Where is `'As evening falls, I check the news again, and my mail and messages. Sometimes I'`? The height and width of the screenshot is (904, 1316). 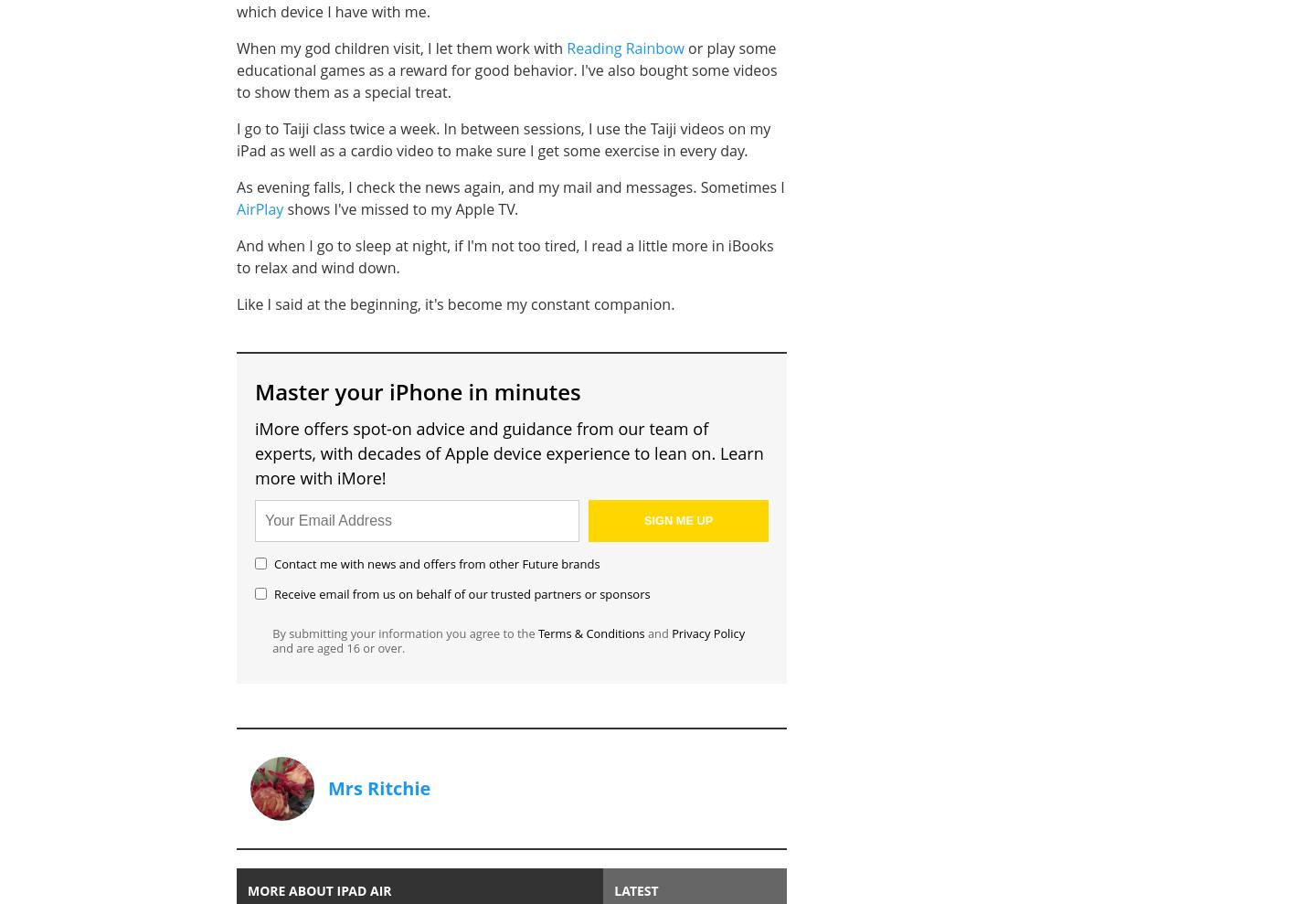
'As evening falls, I check the news again, and my mail and messages. Sometimes I' is located at coordinates (510, 187).